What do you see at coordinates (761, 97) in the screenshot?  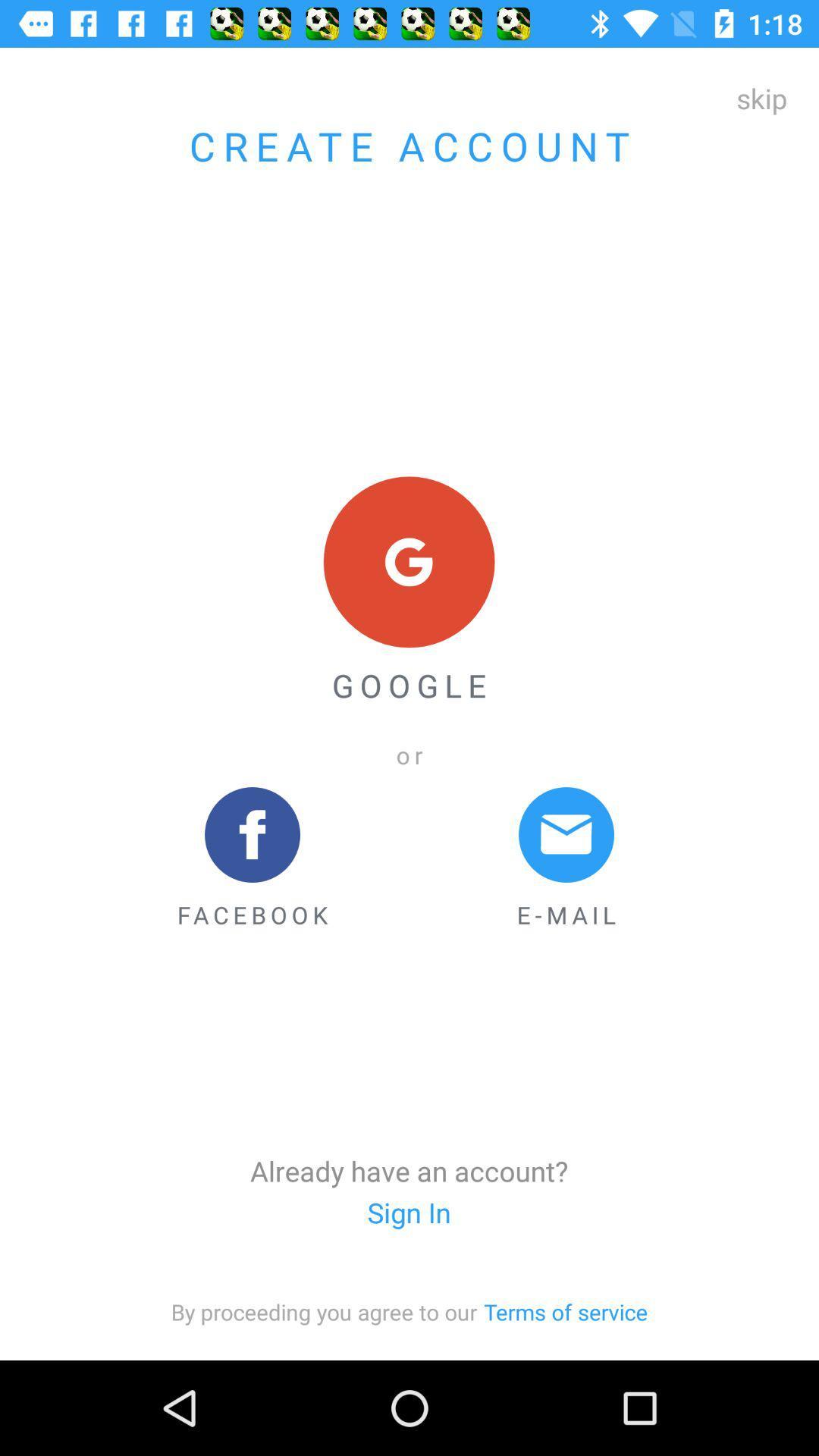 I see `the skip at the top right corner` at bounding box center [761, 97].